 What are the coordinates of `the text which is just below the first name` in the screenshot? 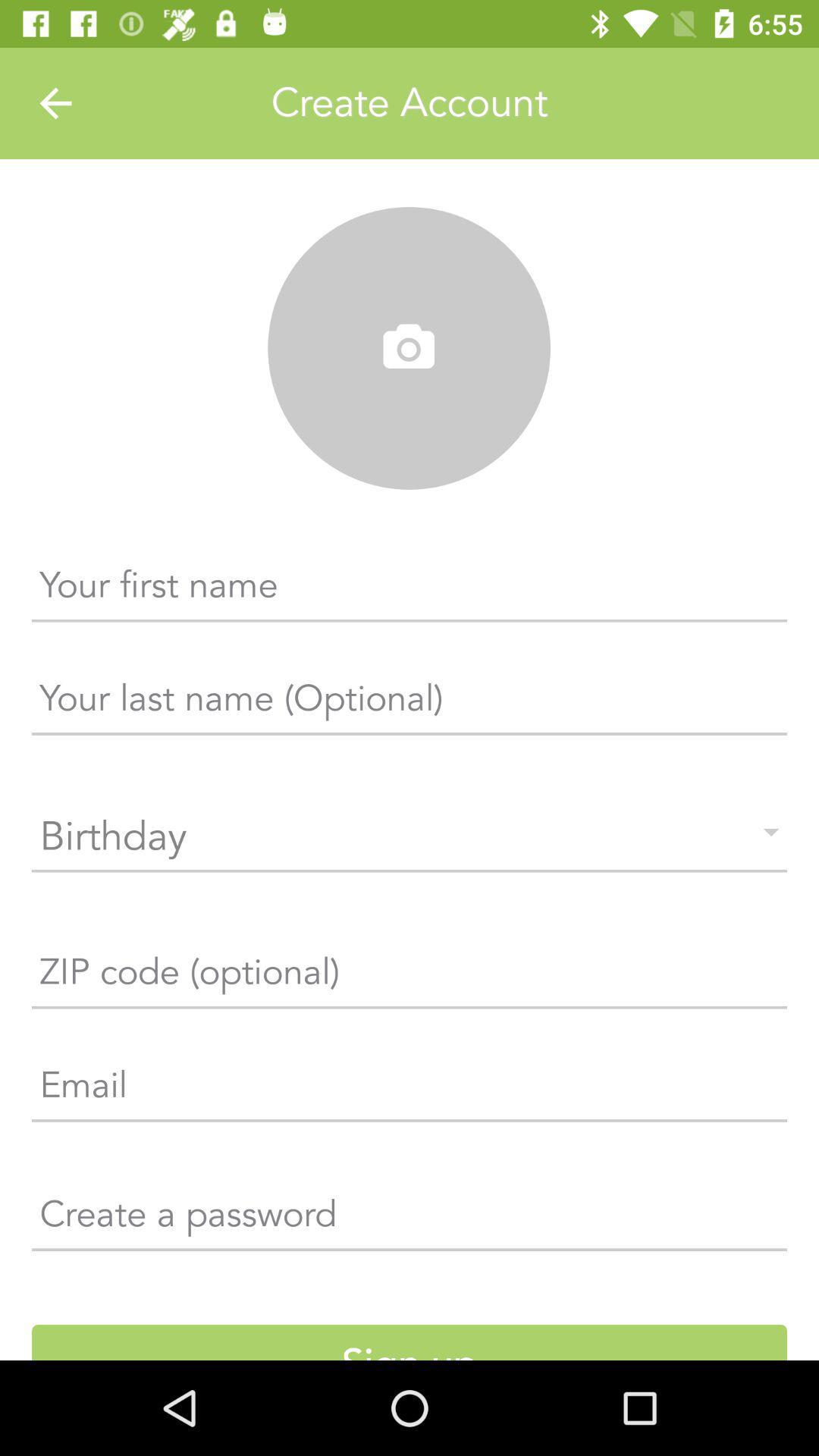 It's located at (409, 704).